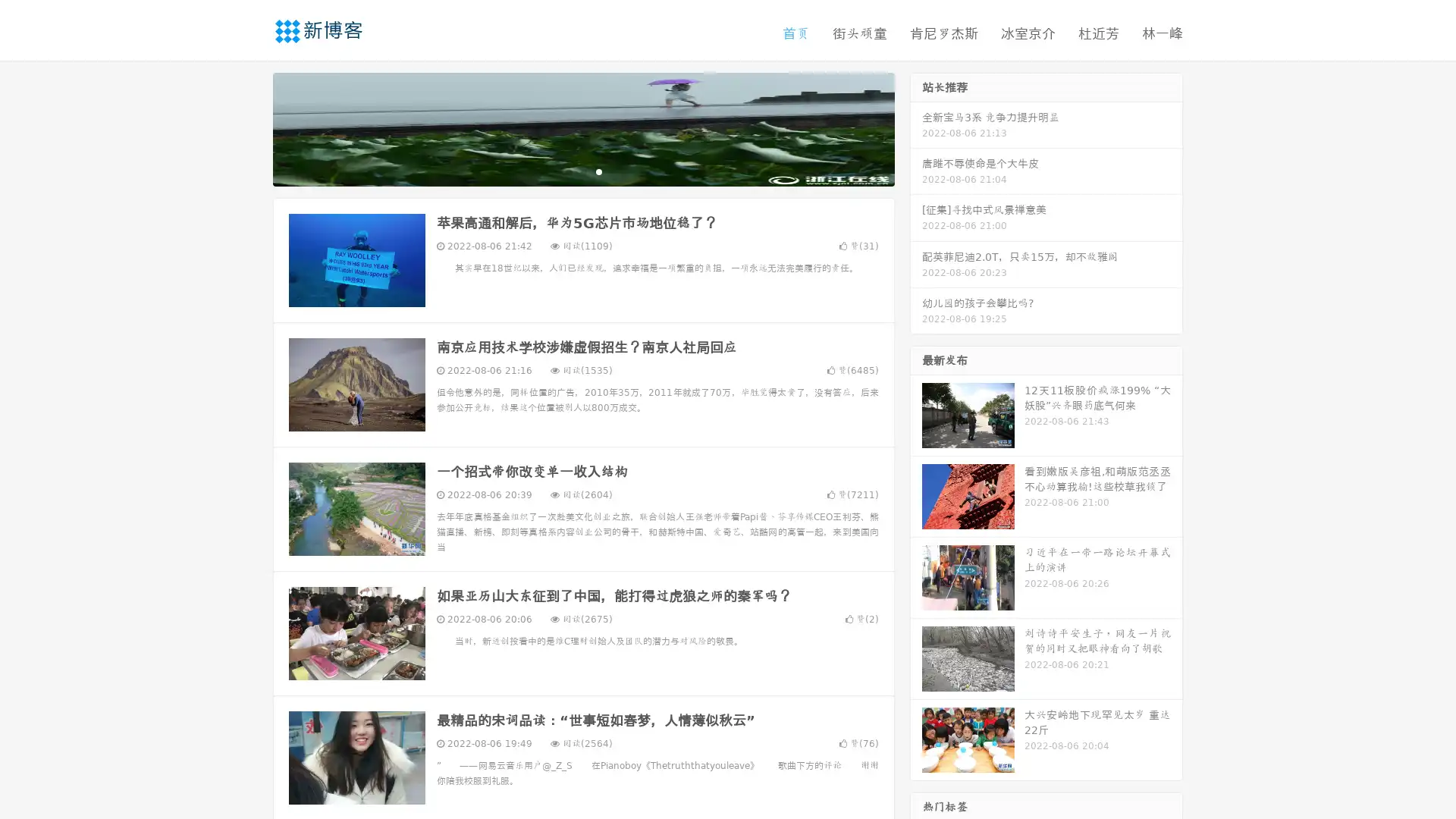  I want to click on Go to slide 3, so click(598, 171).